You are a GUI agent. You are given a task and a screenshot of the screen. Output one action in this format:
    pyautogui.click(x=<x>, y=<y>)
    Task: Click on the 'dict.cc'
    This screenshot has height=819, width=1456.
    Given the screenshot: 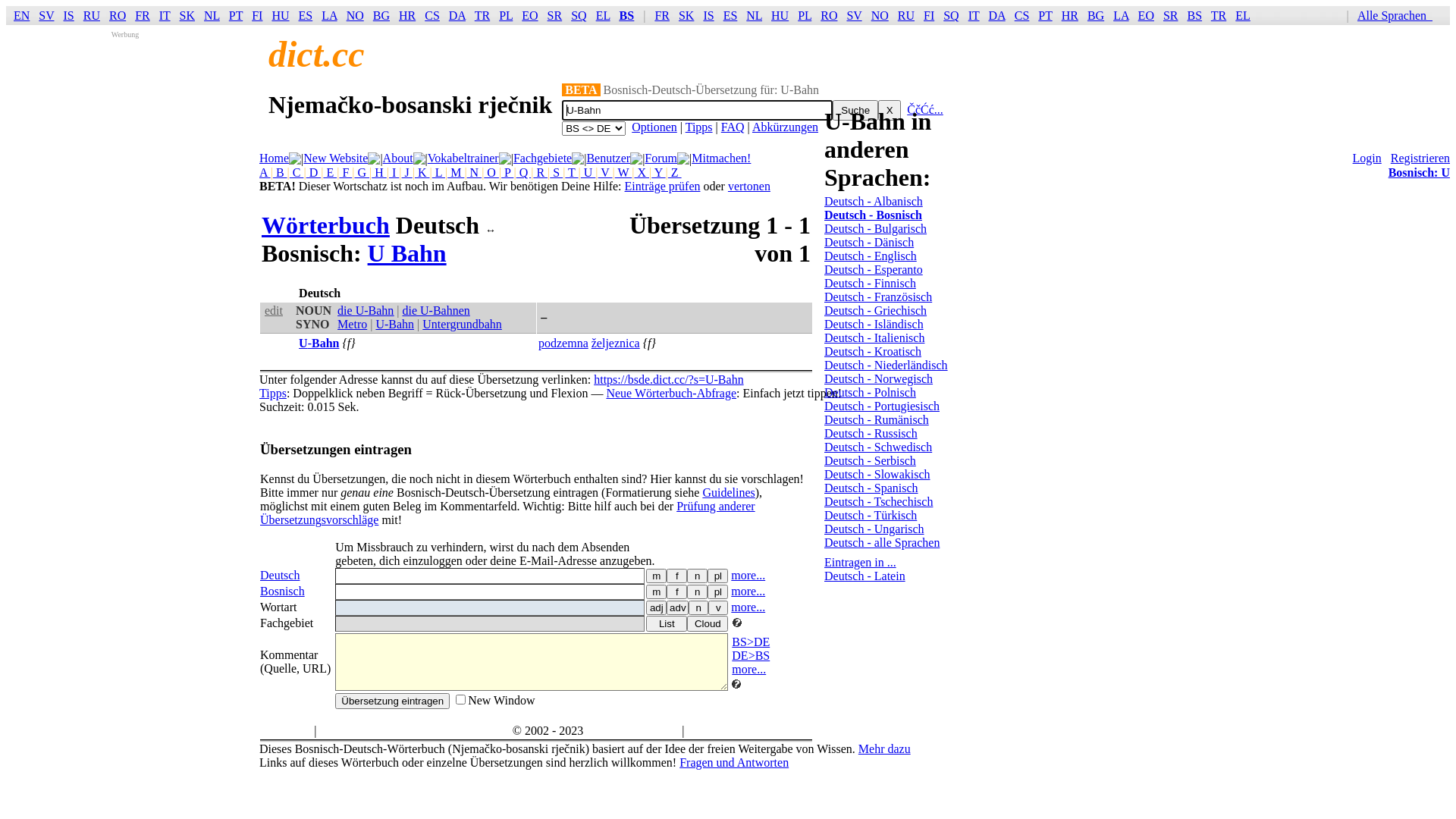 What is the action you would take?
    pyautogui.click(x=315, y=53)
    